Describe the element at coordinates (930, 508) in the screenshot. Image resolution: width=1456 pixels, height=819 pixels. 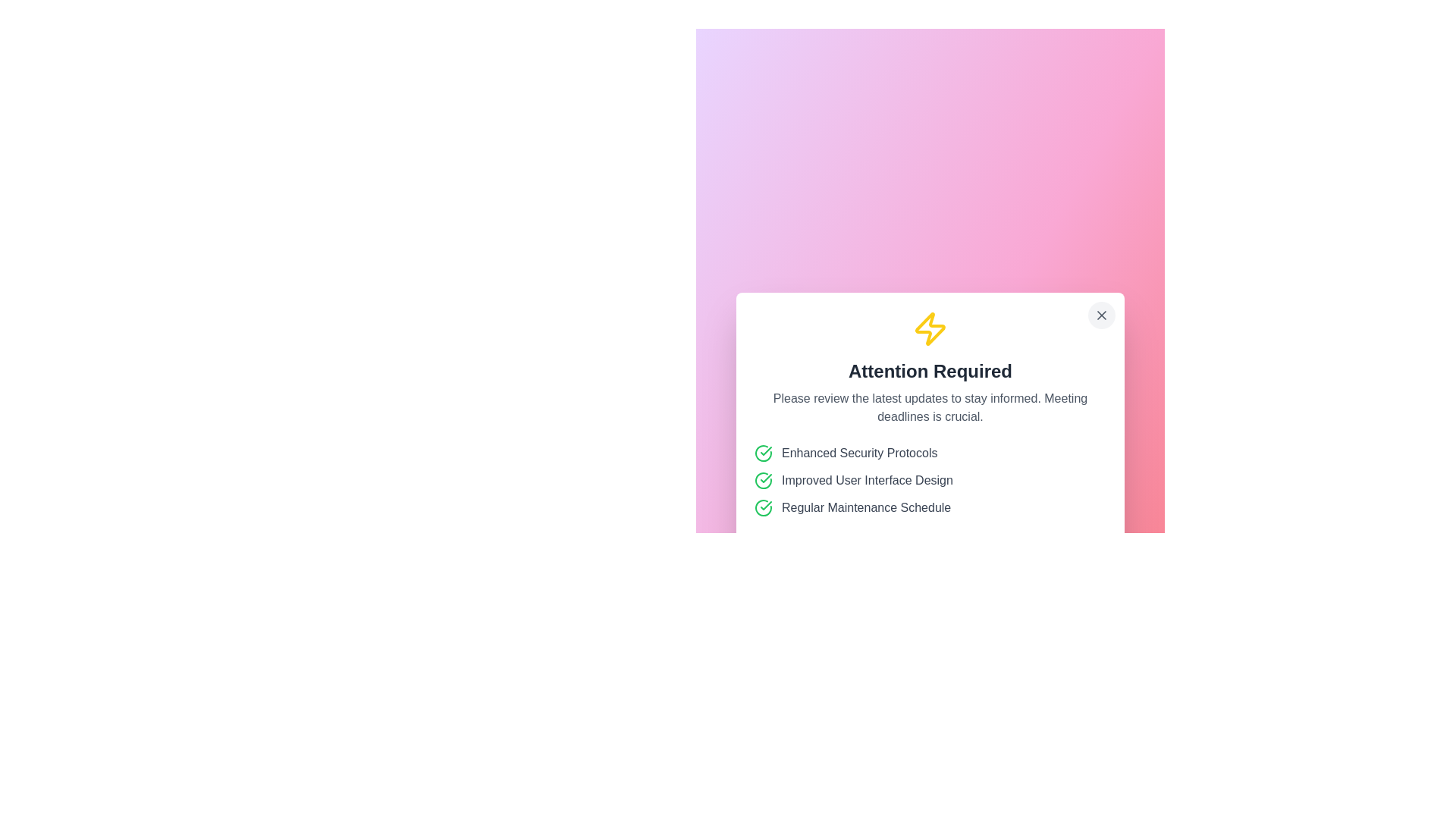
I see `the 'Regular Maintenance Schedule' label with a green check mark icon, which is the last item in the vertical list of features within a centered notification box` at that location.